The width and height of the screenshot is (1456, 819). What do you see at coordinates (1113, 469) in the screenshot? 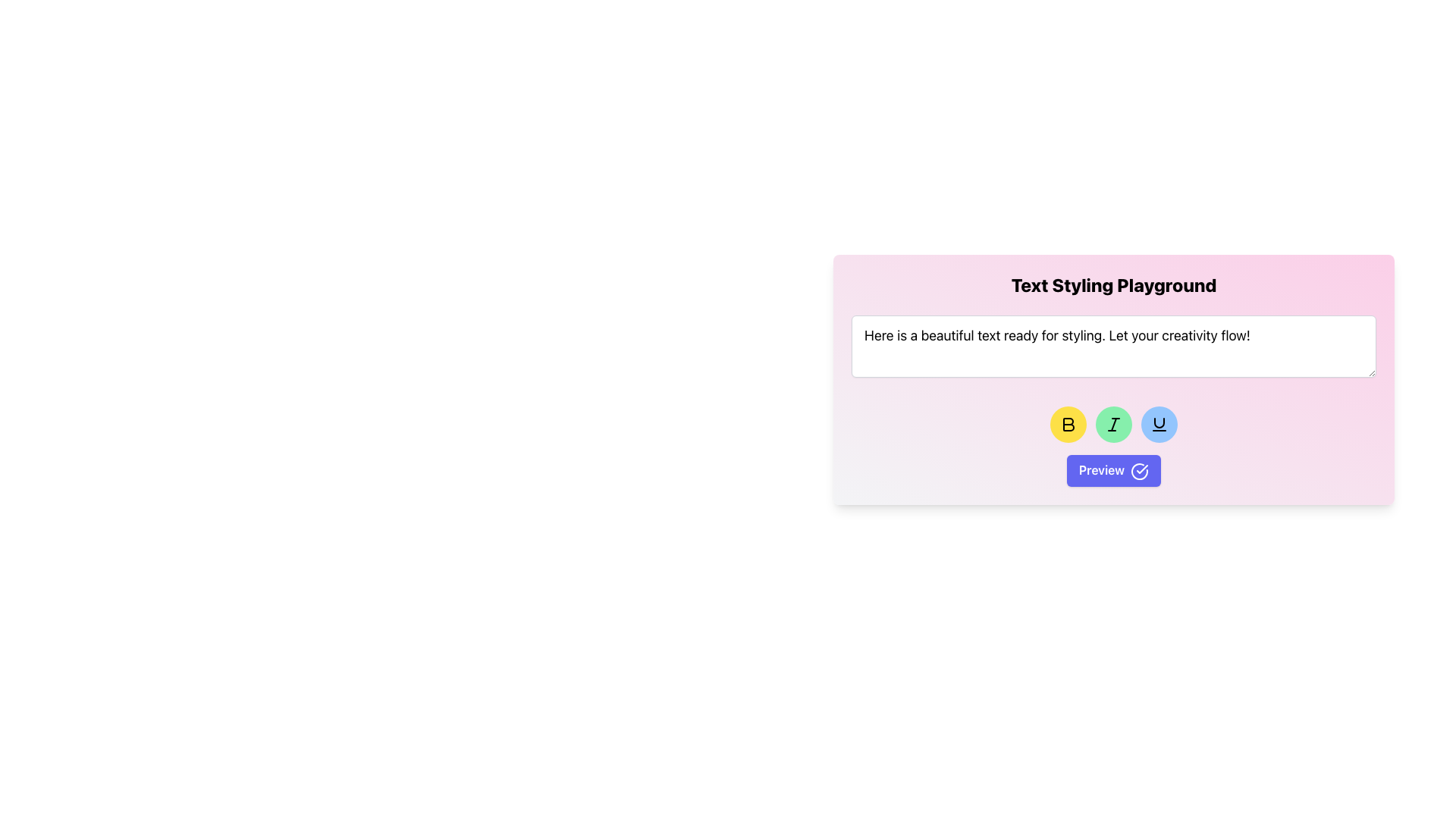
I see `the 'Preview' button with a purple background and white text to observe the visual hover effect` at bounding box center [1113, 469].